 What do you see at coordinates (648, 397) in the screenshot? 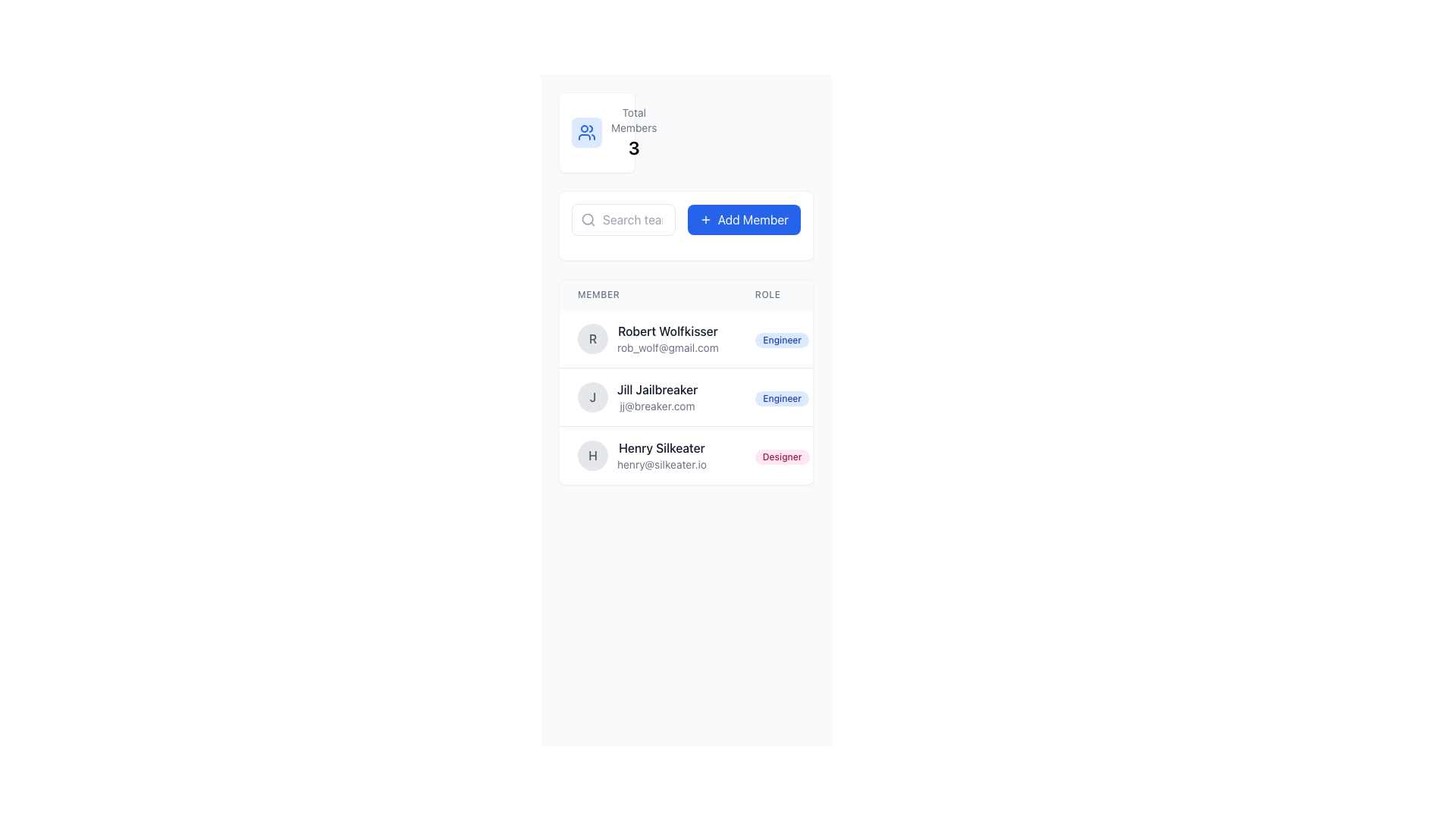
I see `the member entry in the directory that displays the avatar and details for the second member, located below 'Robert Wolfkisser' and above 'Henry Silkeater'` at bounding box center [648, 397].